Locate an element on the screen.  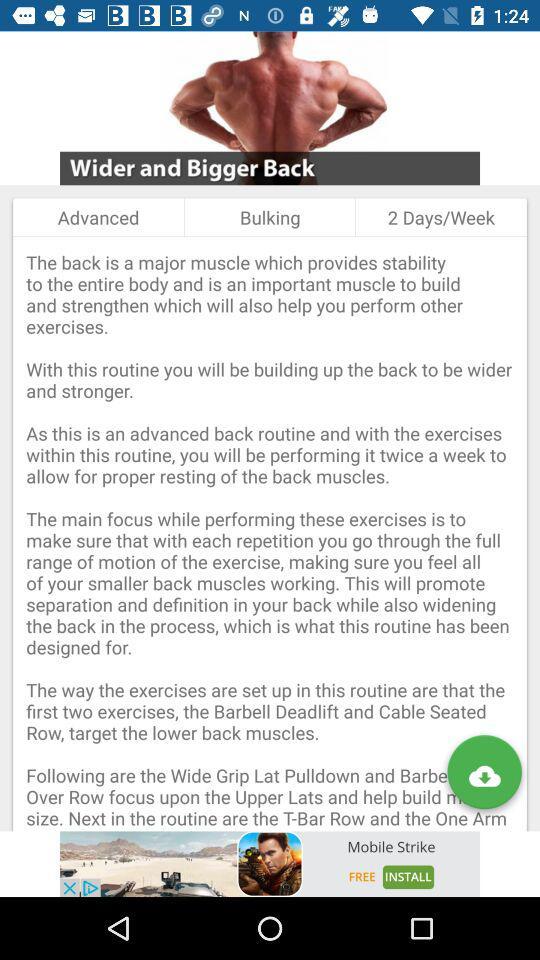
icon to the left of the bulking item is located at coordinates (97, 217).